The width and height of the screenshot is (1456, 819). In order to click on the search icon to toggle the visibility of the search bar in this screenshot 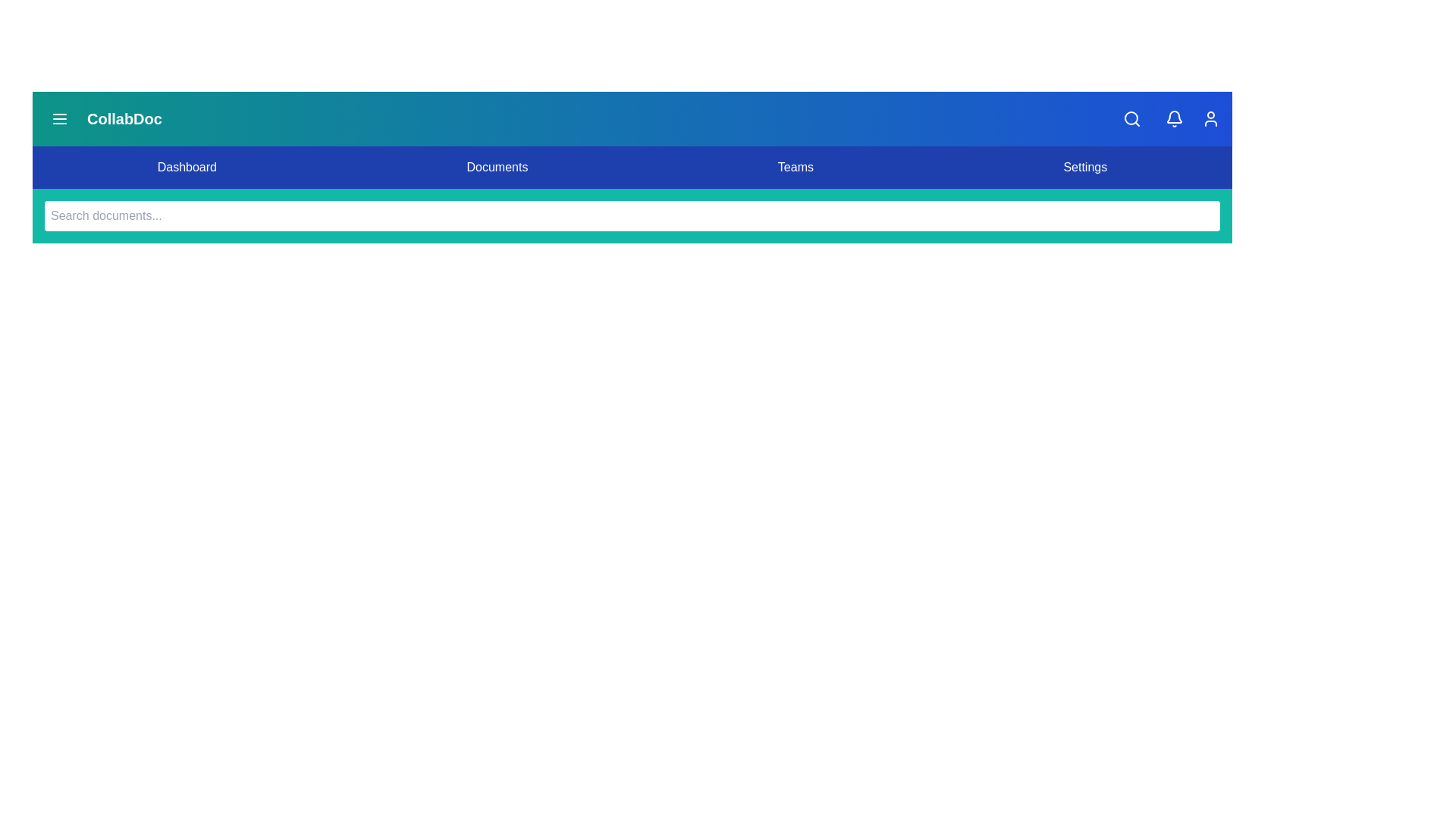, I will do `click(1131, 118)`.